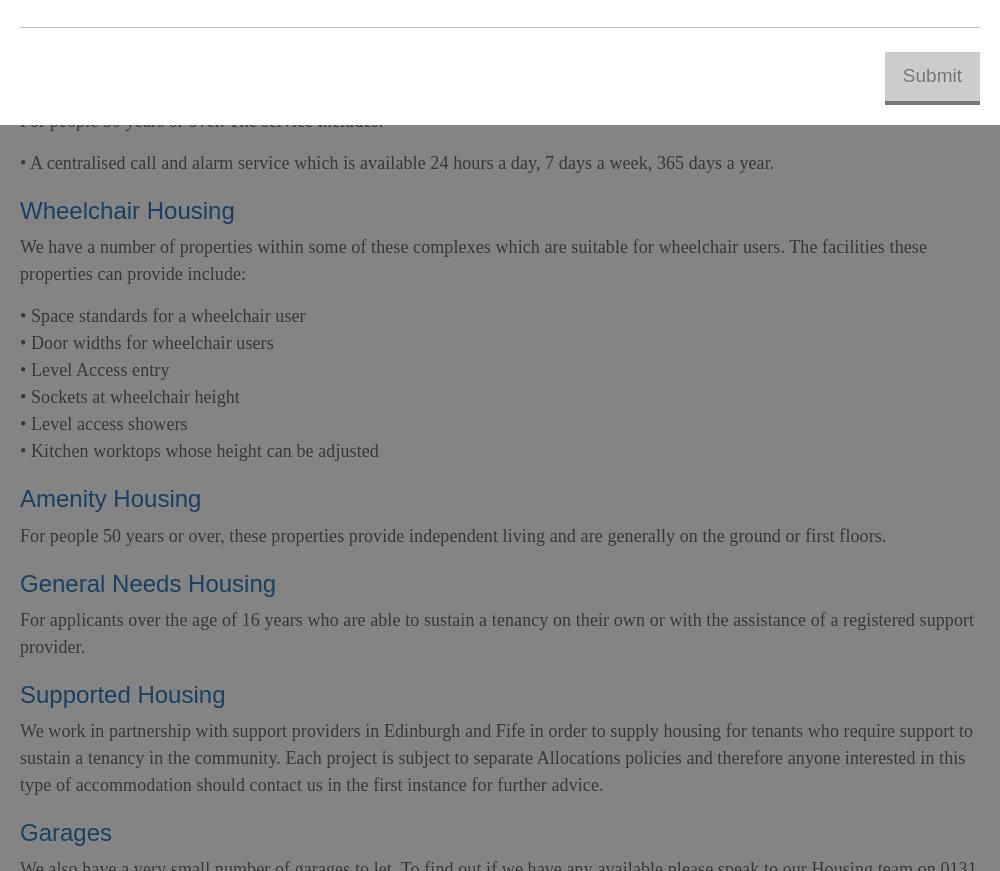 Image resolution: width=1000 pixels, height=871 pixels. What do you see at coordinates (20, 396) in the screenshot?
I see `'• Sockets at wheelchair height'` at bounding box center [20, 396].